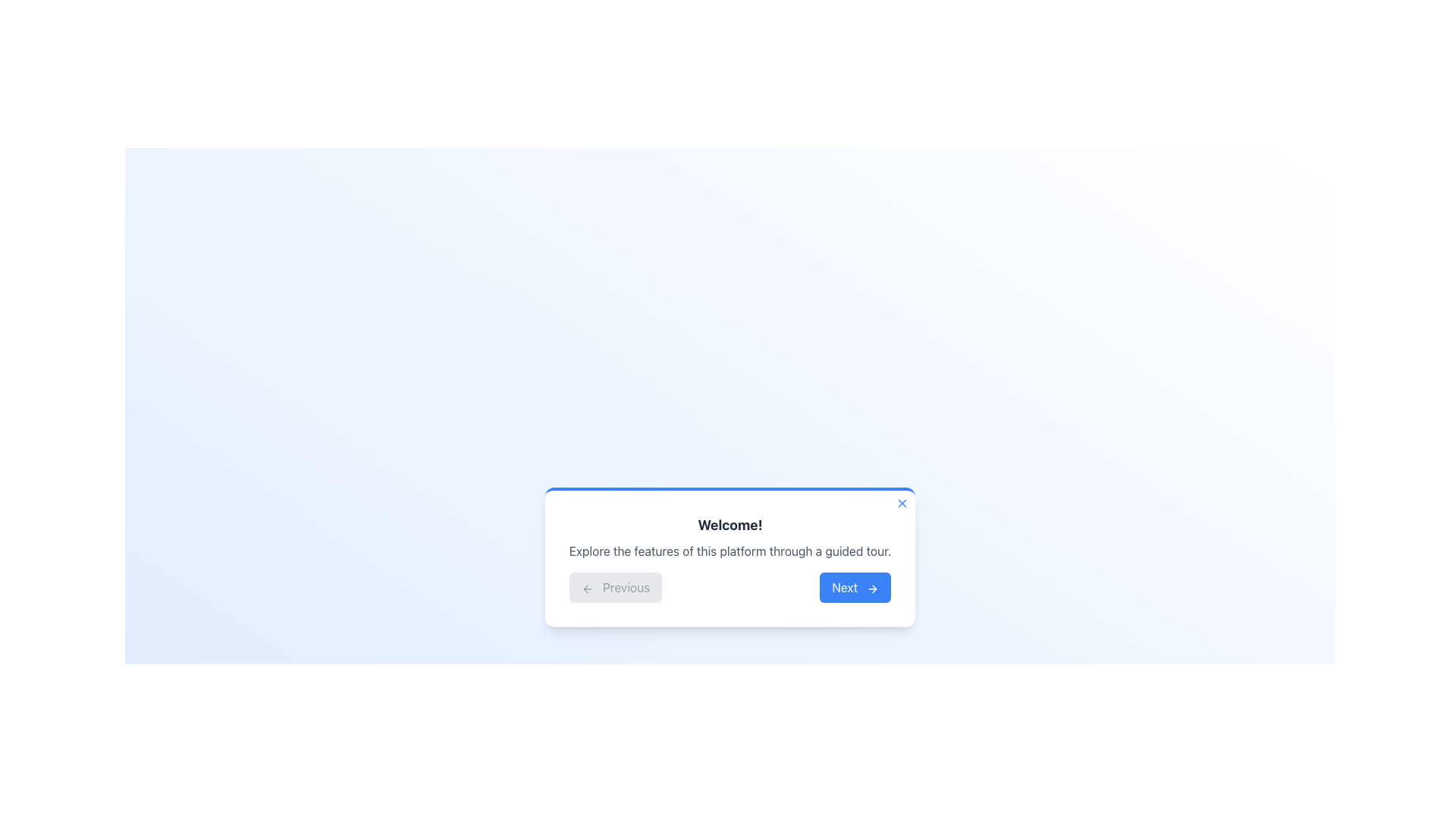  Describe the element at coordinates (730, 587) in the screenshot. I see `the navigation controls containing 'Previous' and 'Next' buttons` at that location.